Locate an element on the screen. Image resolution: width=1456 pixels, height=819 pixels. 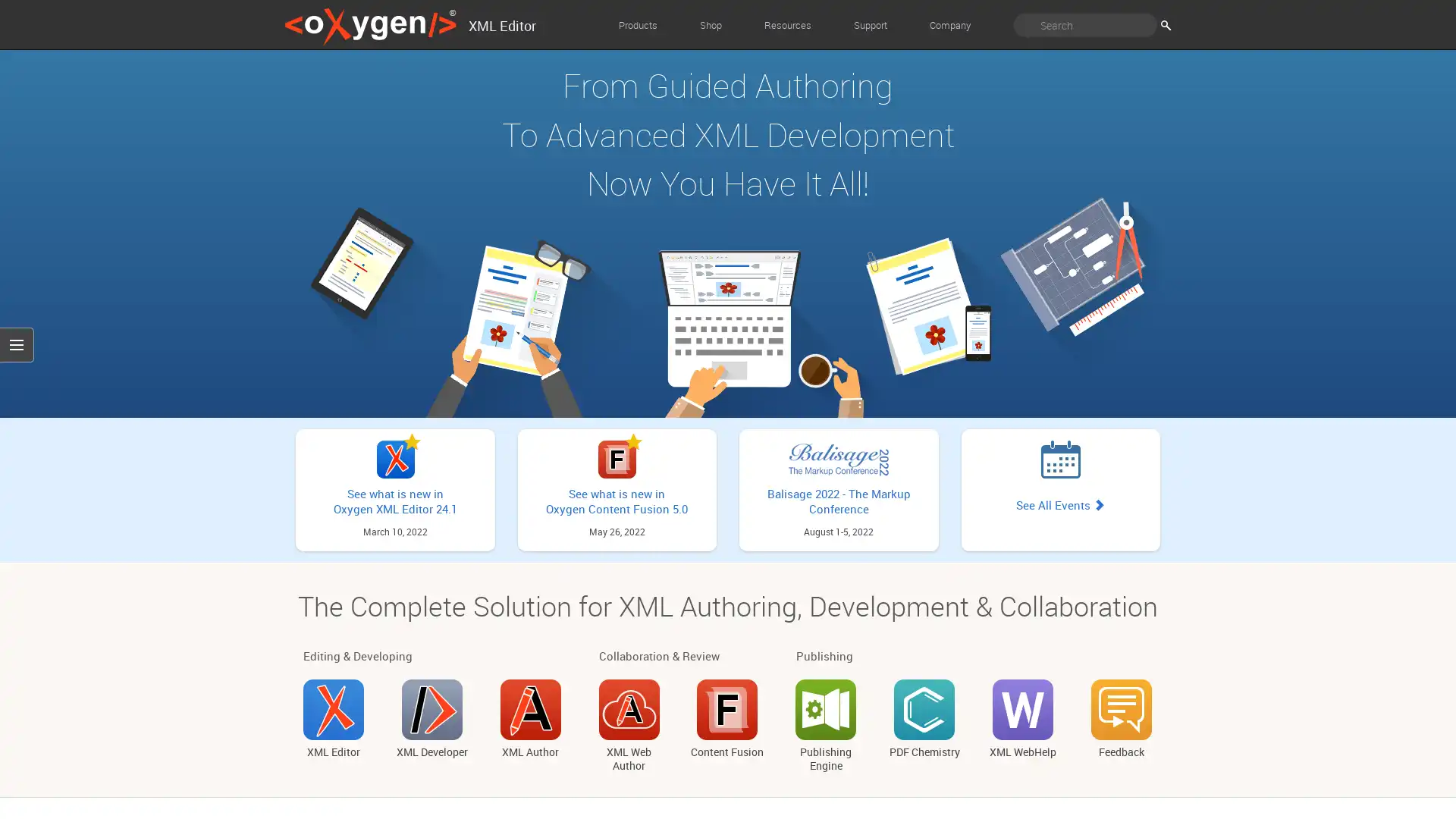
Search is located at coordinates (1165, 24).